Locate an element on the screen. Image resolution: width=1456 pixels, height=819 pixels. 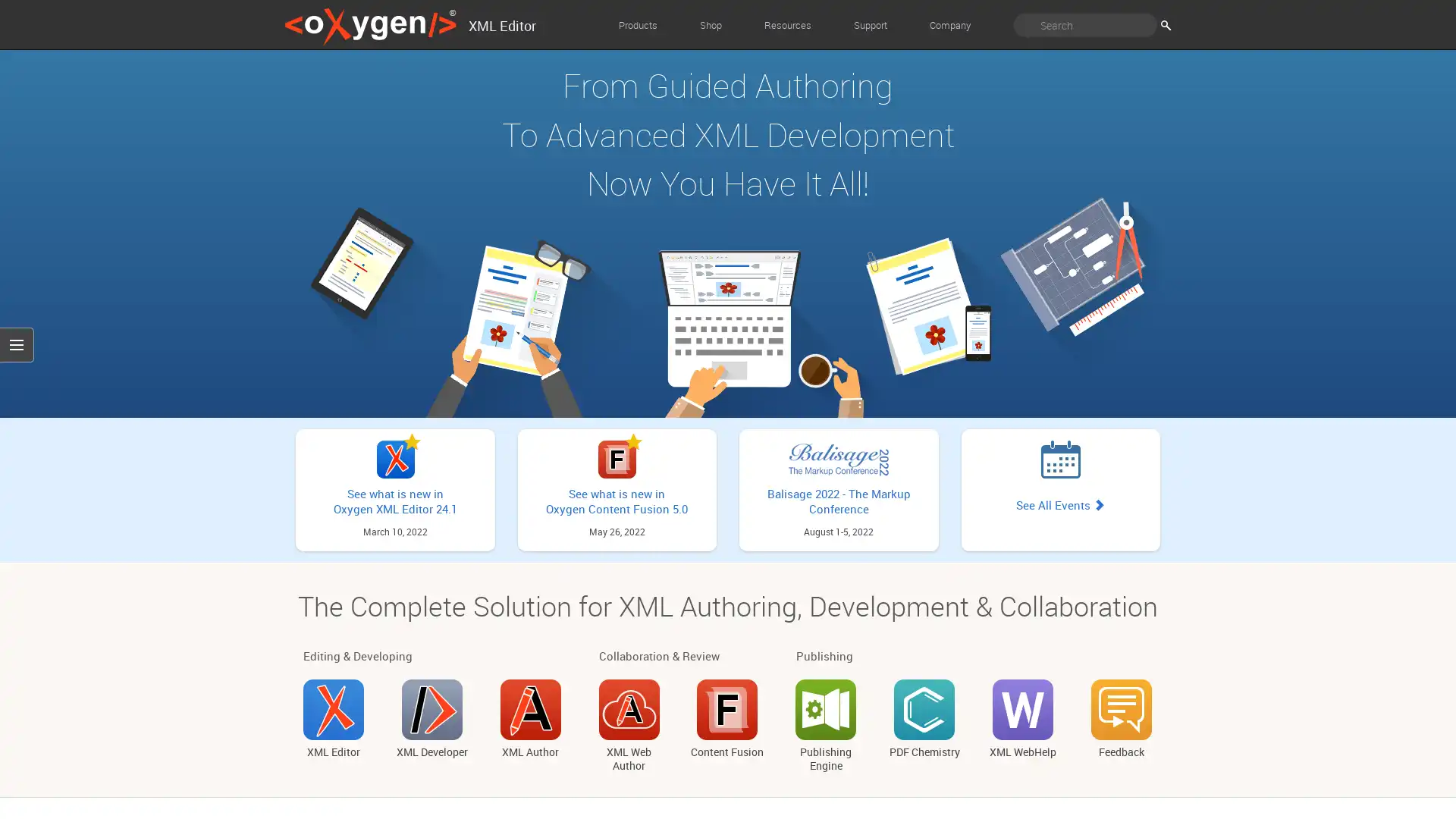
Search is located at coordinates (1165, 24).